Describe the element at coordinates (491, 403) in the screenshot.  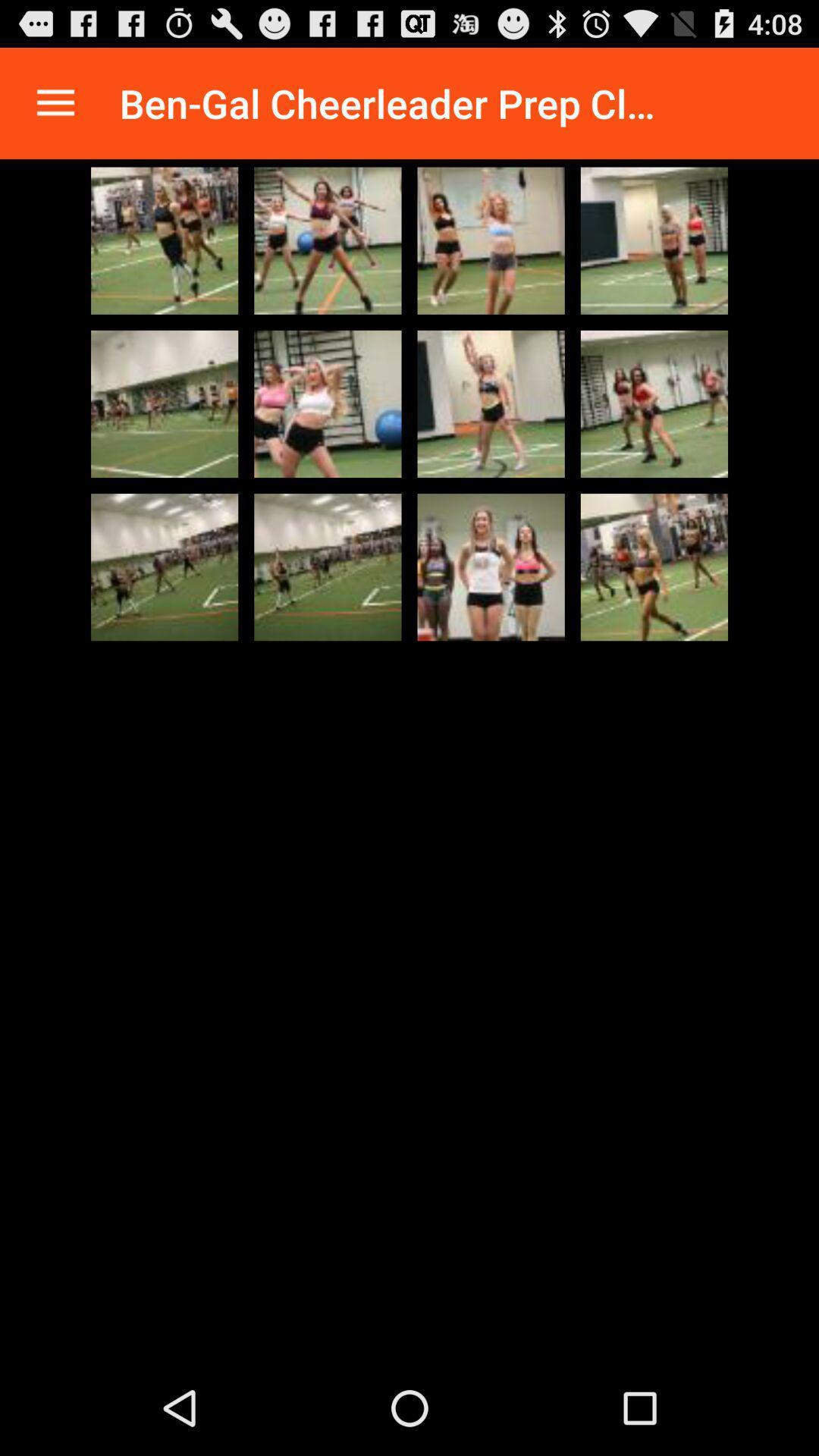
I see `open image` at that location.